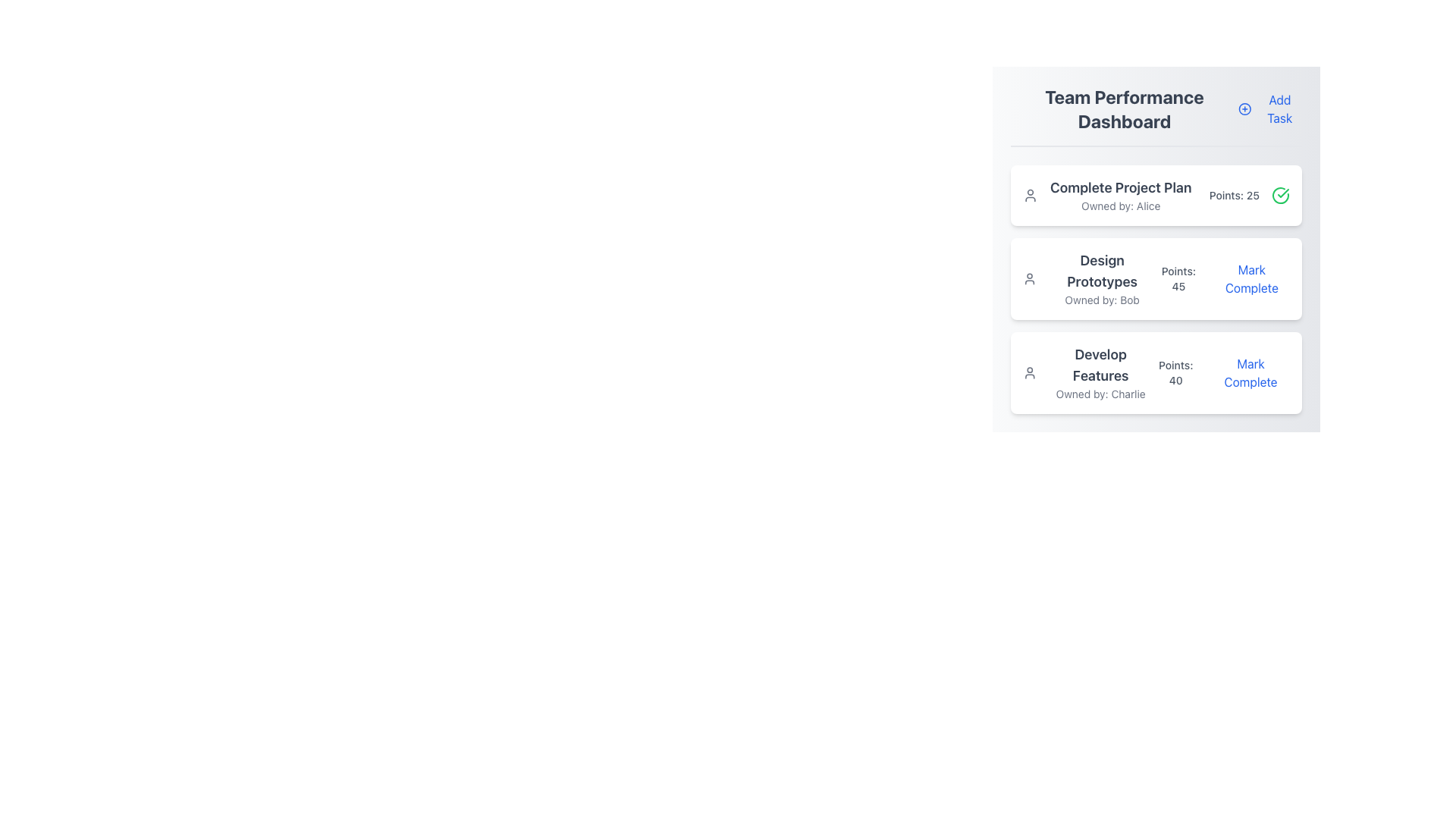  Describe the element at coordinates (1102, 278) in the screenshot. I see `the 'Design Prototypes' text label in the second card of the 'Team Performance Dashboard'` at that location.